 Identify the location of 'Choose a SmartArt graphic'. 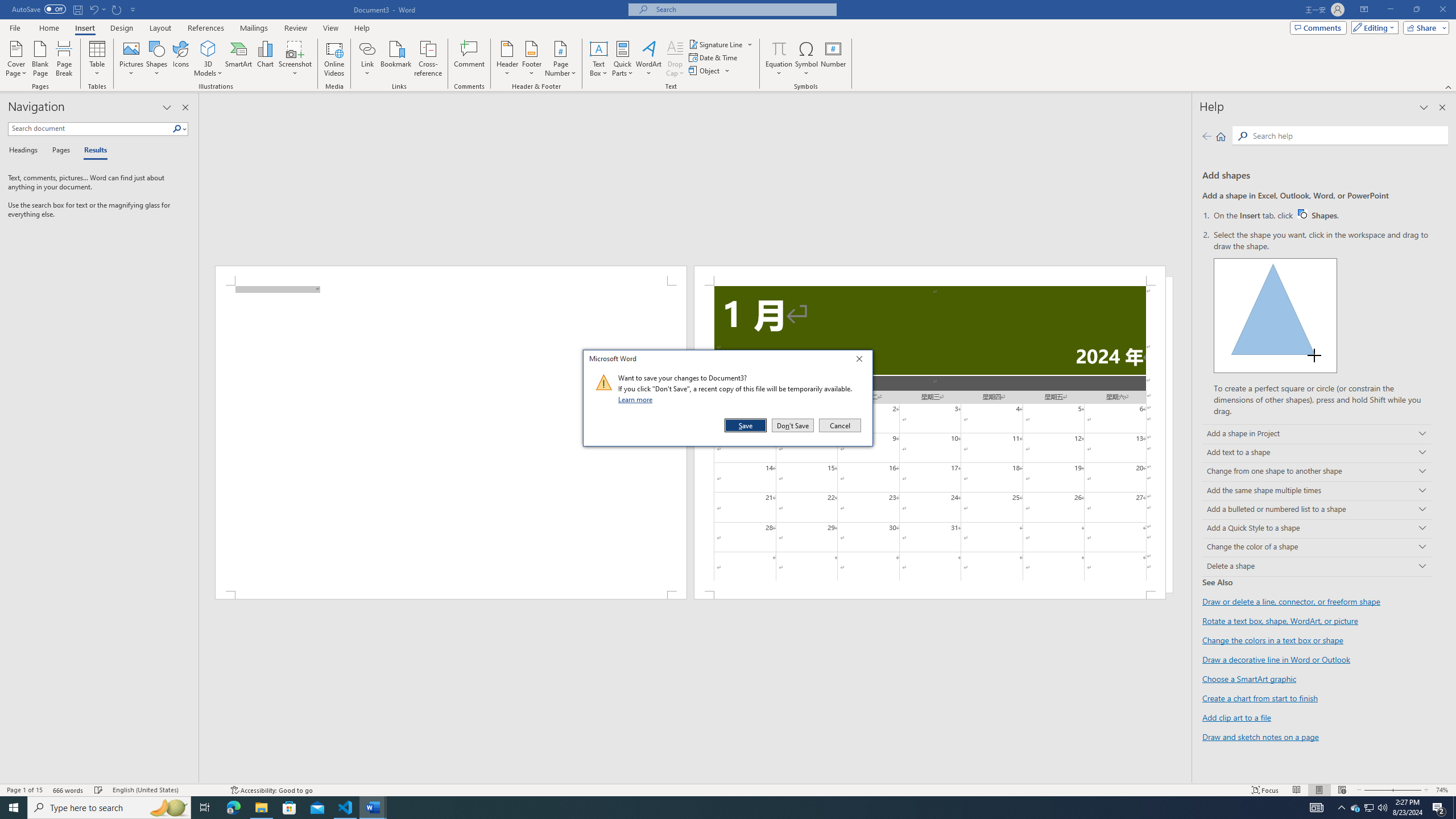
(1249, 678).